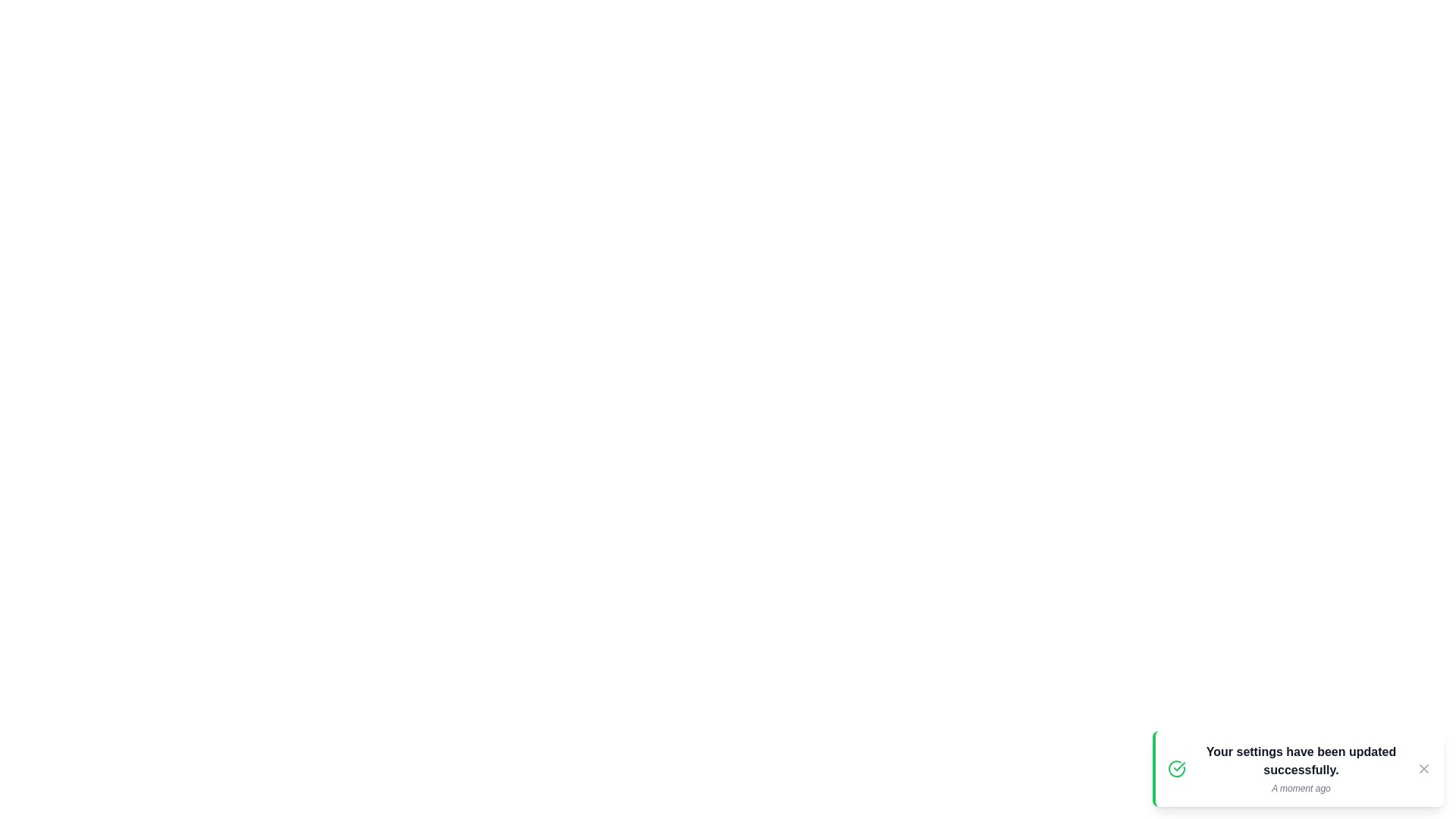 This screenshot has width=1456, height=819. I want to click on close button at the top-right of the notification to dismiss it, so click(1423, 769).